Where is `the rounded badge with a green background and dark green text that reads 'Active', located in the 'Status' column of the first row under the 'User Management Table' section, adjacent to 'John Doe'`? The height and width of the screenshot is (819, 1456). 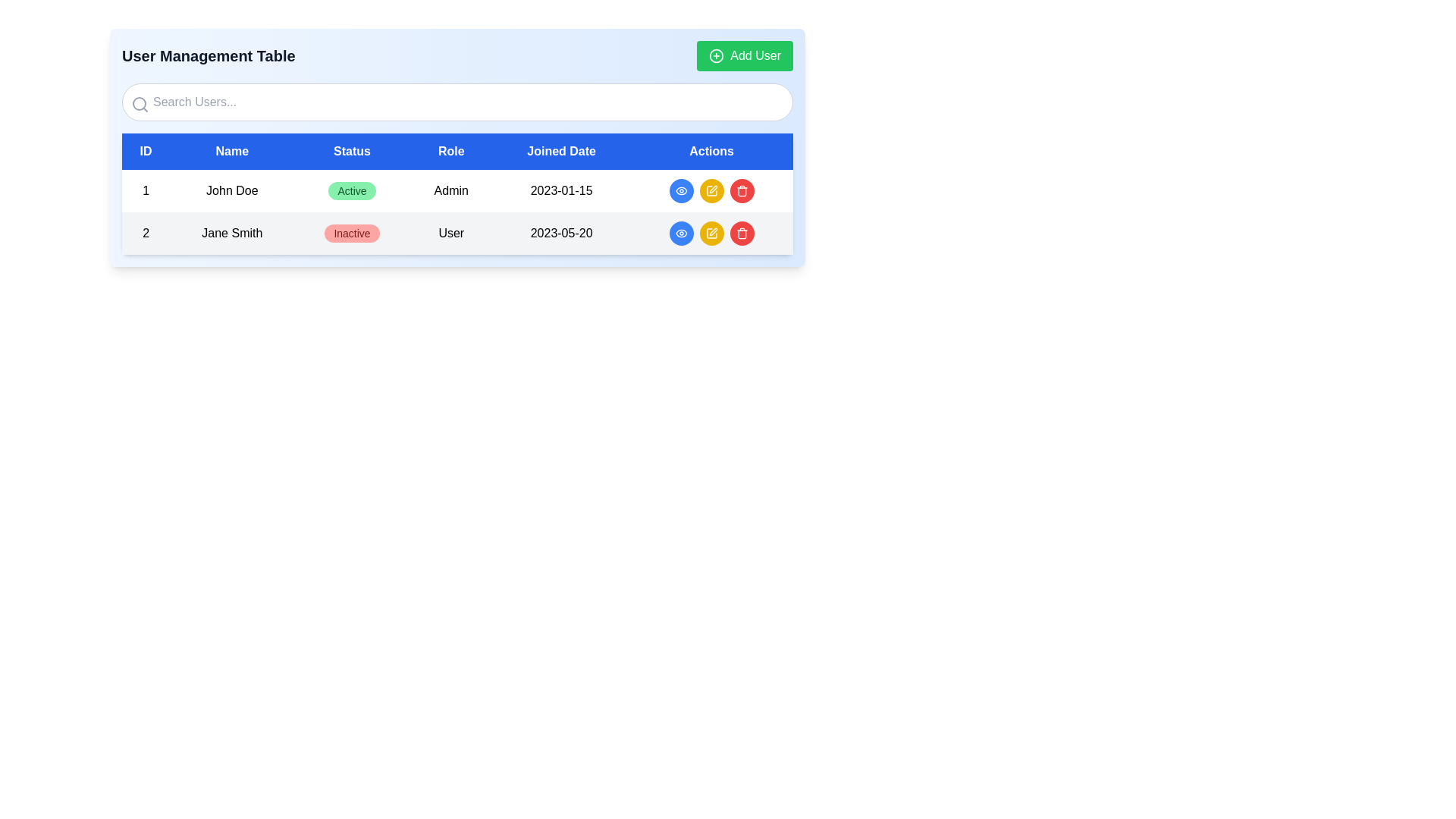
the rounded badge with a green background and dark green text that reads 'Active', located in the 'Status' column of the first row under the 'User Management Table' section, adjacent to 'John Doe' is located at coordinates (351, 190).